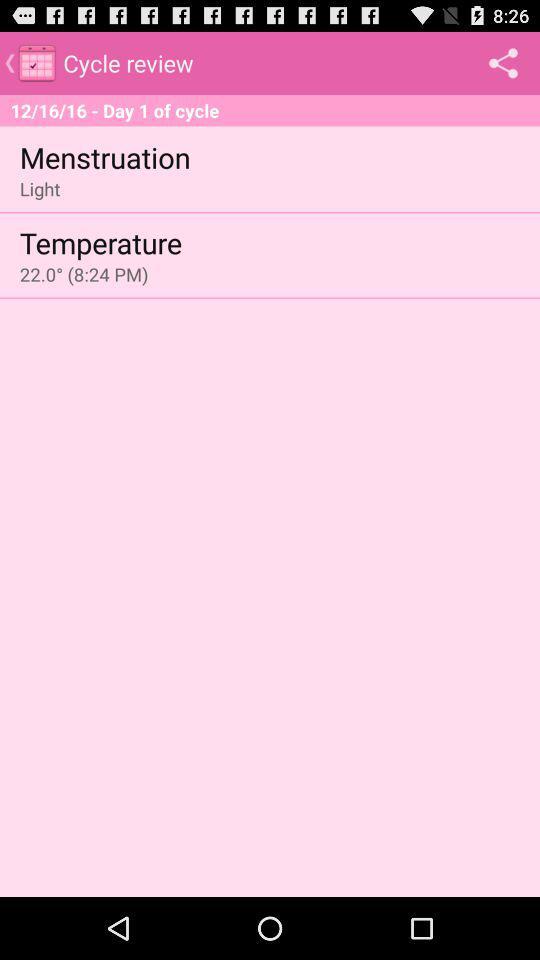 This screenshot has width=540, height=960. I want to click on light, so click(40, 188).